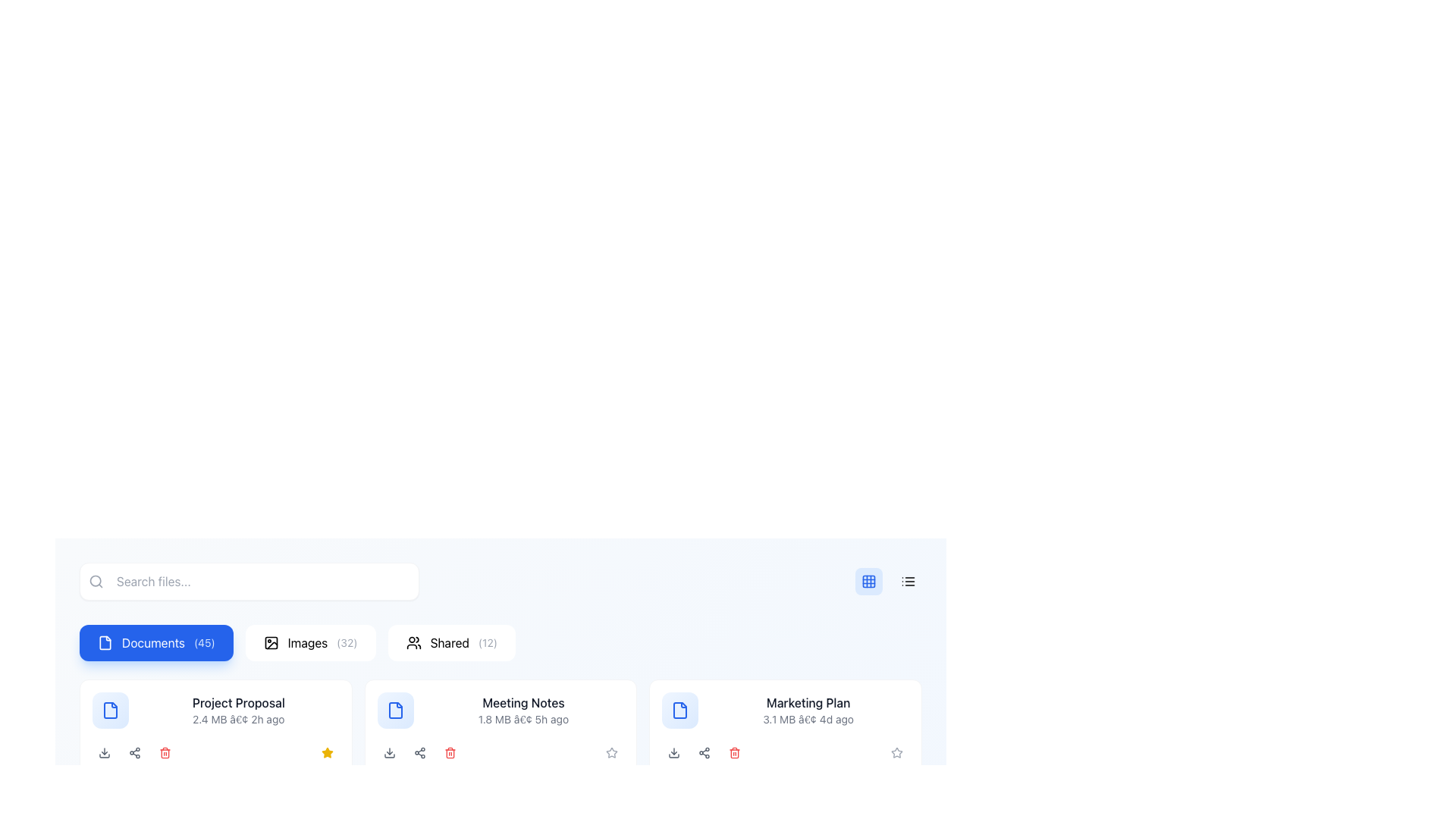  What do you see at coordinates (104, 752) in the screenshot?
I see `the download button located beneath the 'Project Proposal' file item` at bounding box center [104, 752].